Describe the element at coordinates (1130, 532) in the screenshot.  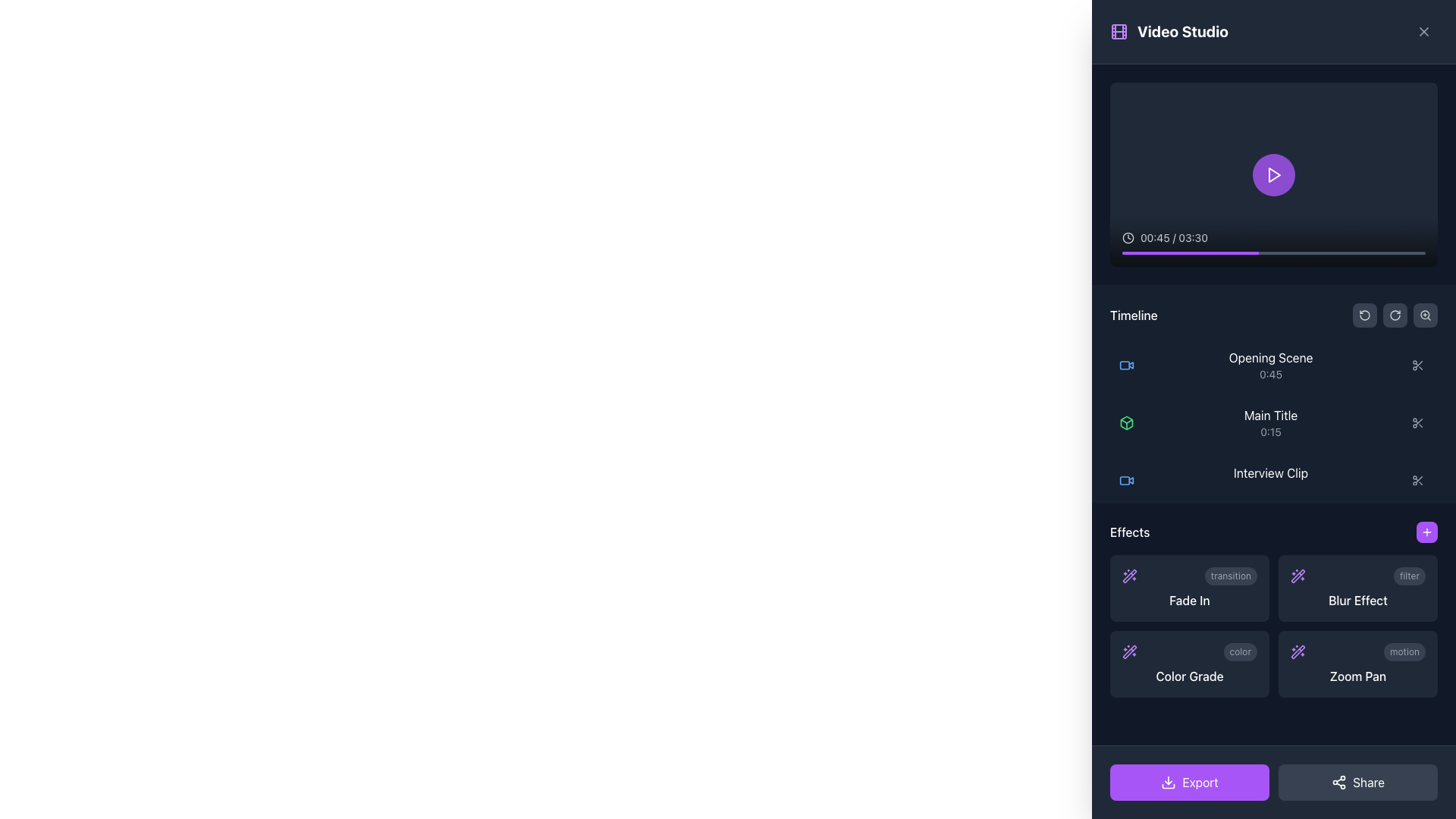
I see `the 'Effects' text label located in the lower right portion of the interface, which categorizes or introduces the section related to 'Effects' options` at that location.